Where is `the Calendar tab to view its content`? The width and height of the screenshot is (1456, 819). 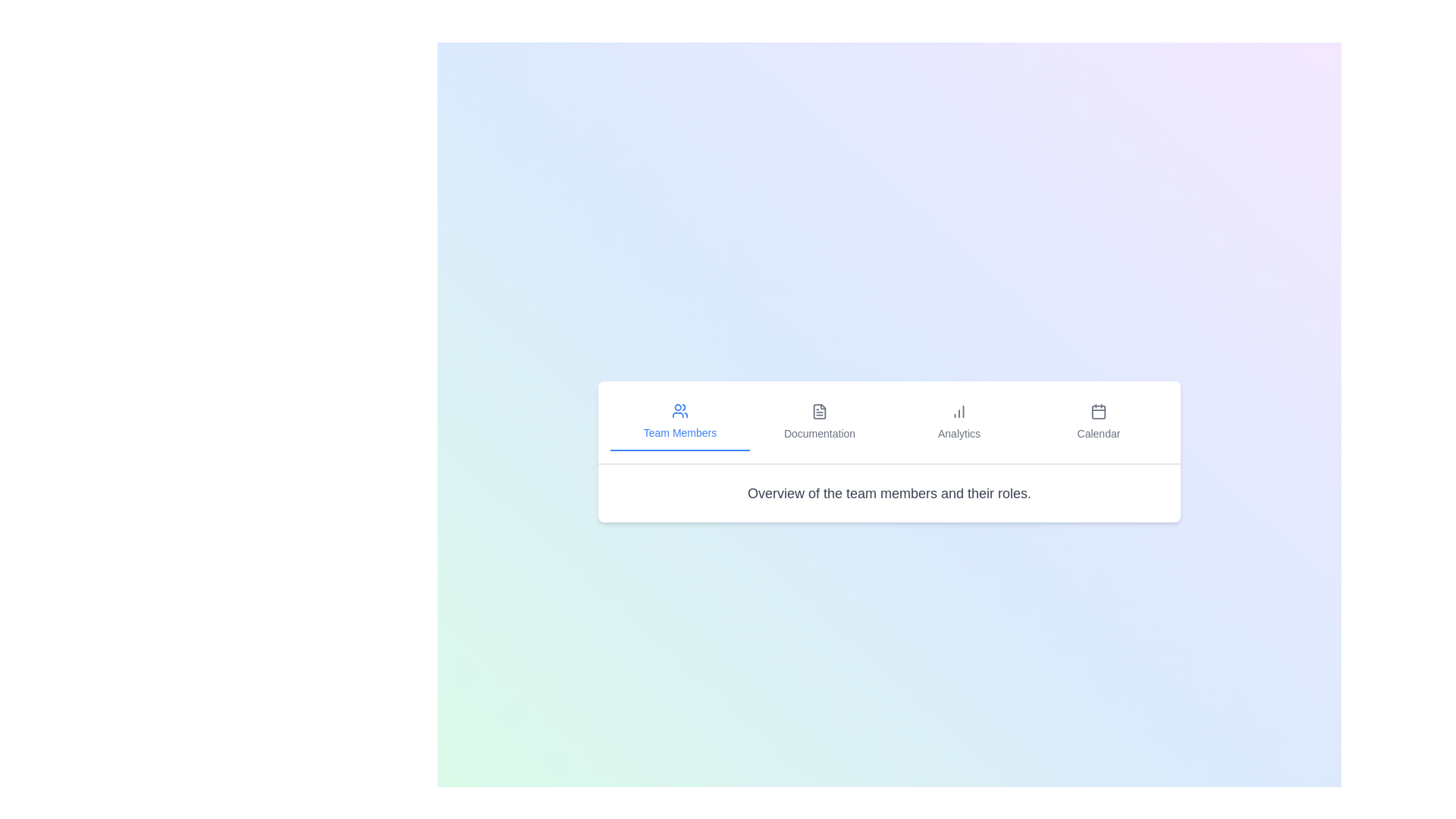
the Calendar tab to view its content is located at coordinates (1099, 422).